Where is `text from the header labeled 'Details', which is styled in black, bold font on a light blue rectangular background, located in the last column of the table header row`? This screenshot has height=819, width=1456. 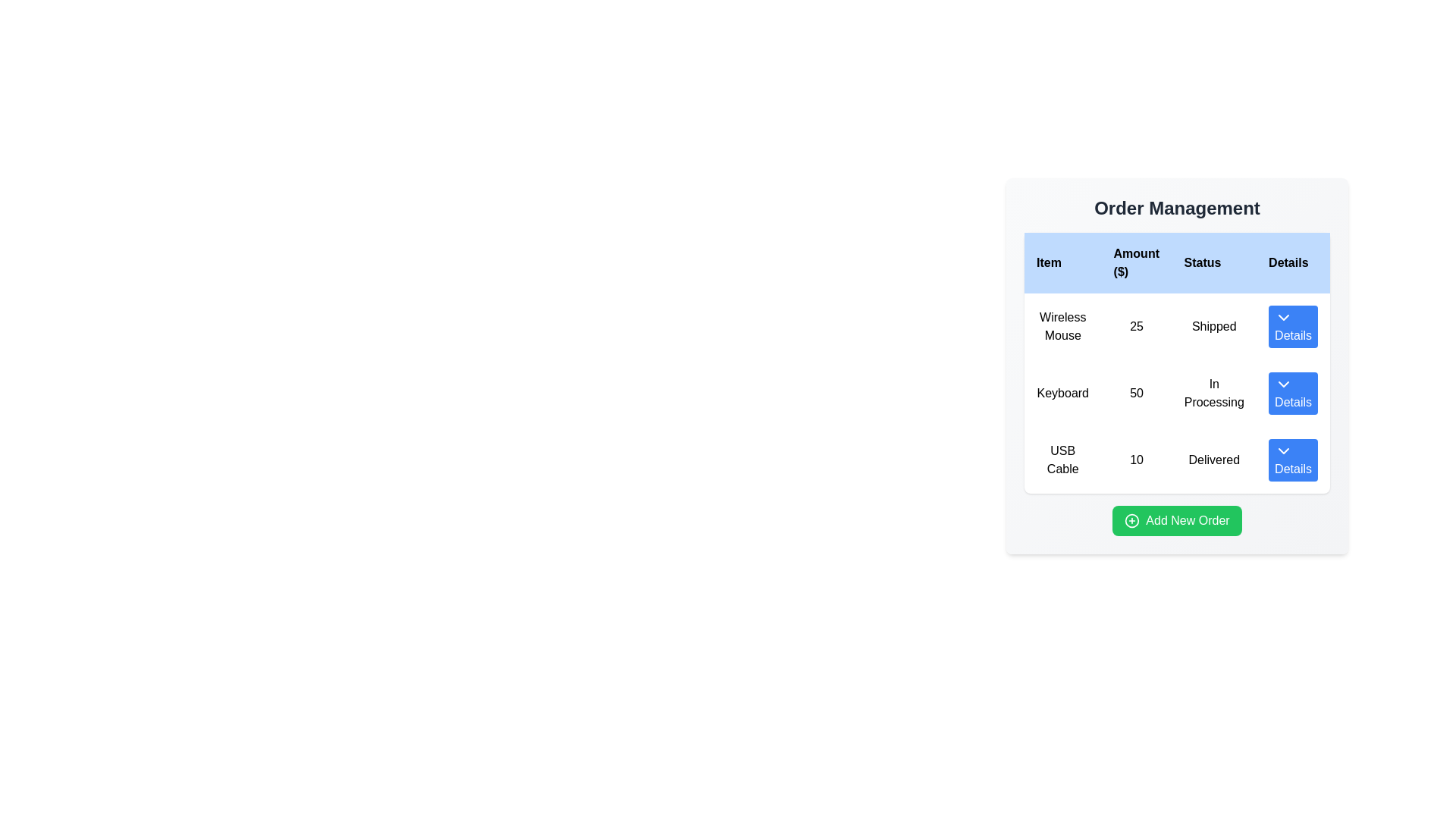 text from the header labeled 'Details', which is styled in black, bold font on a light blue rectangular background, located in the last column of the table header row is located at coordinates (1292, 262).